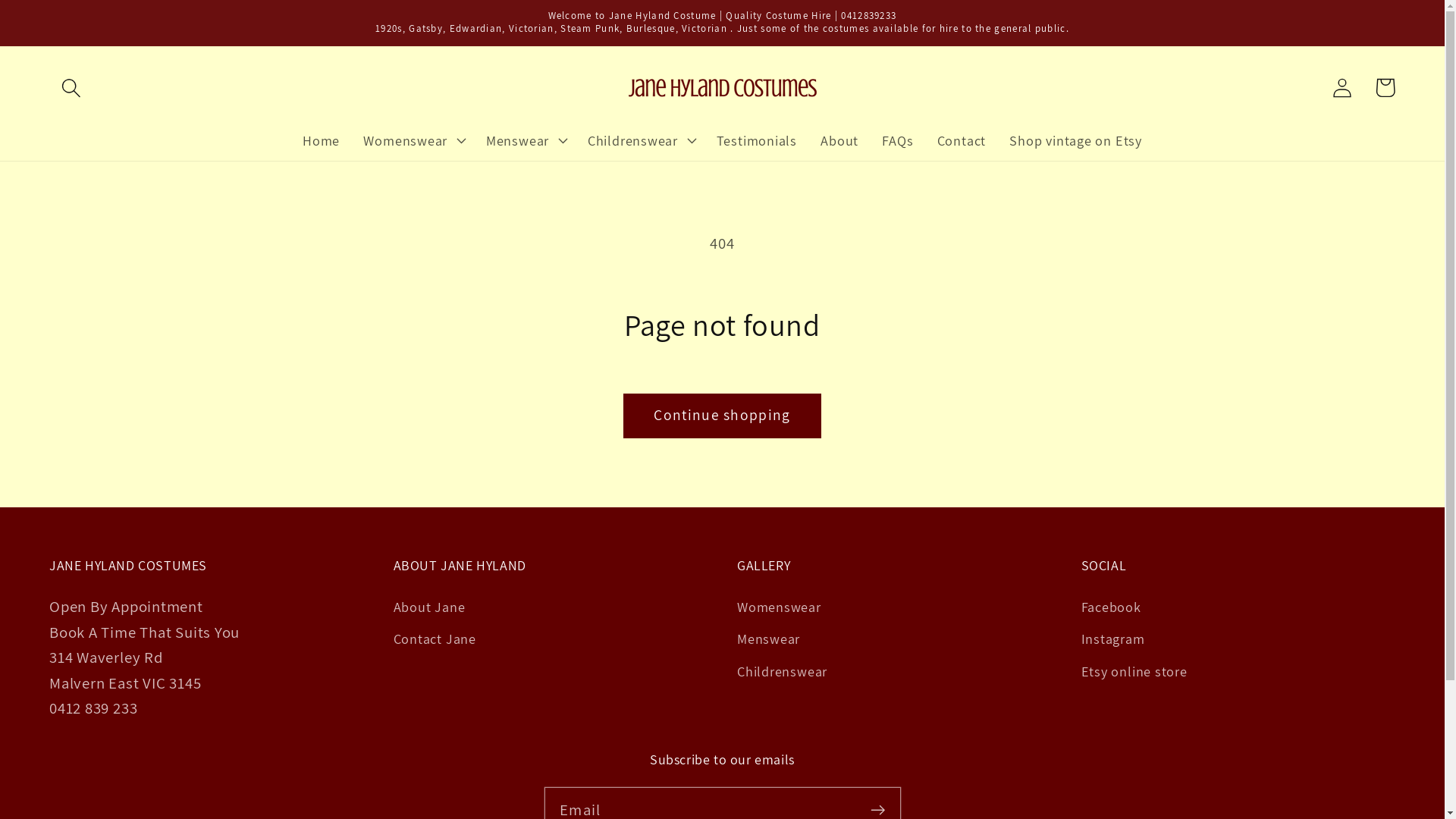 The image size is (1456, 819). I want to click on 'Continue shopping', so click(720, 416).